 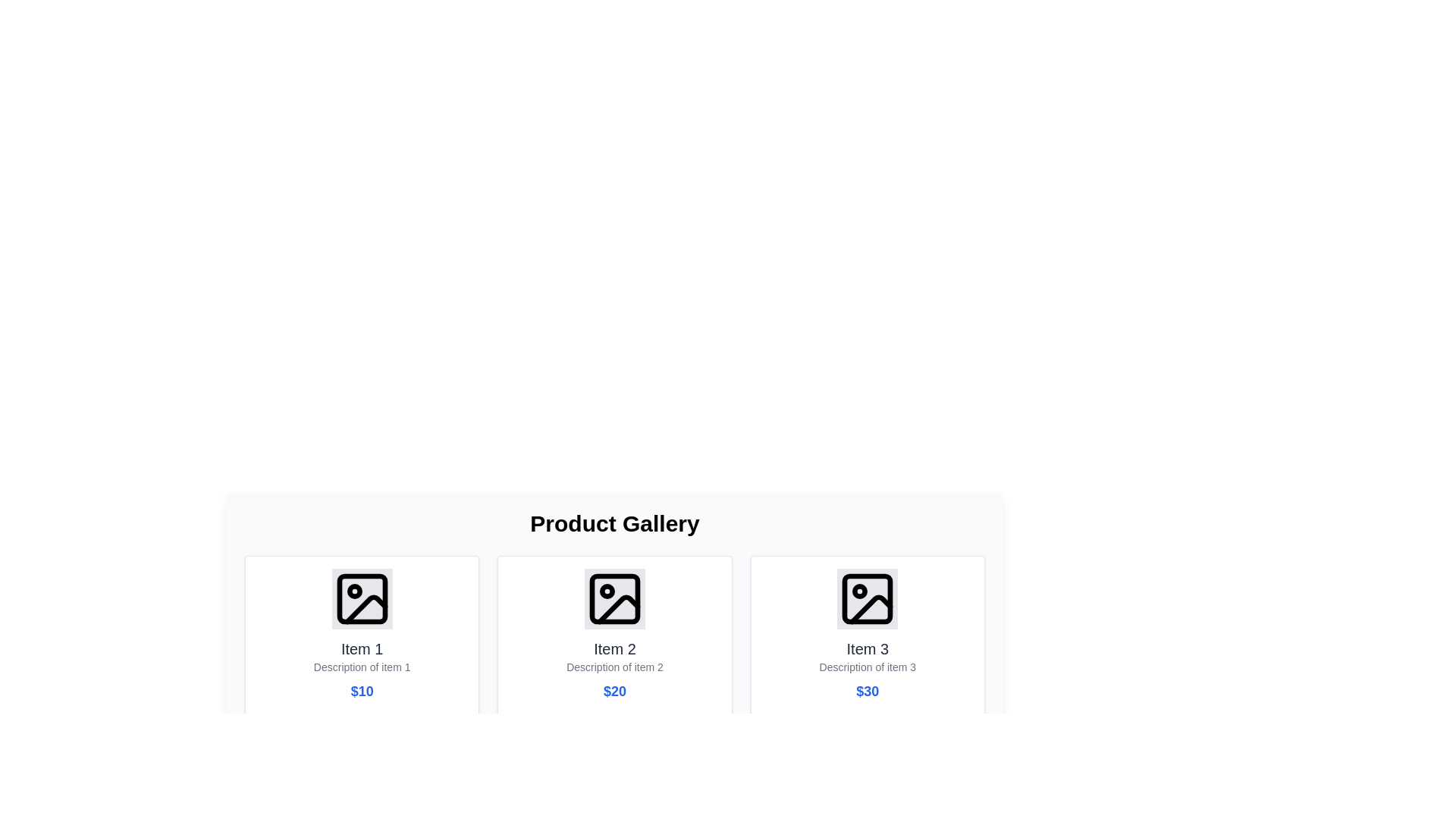 What do you see at coordinates (868, 691) in the screenshot?
I see `the text label displaying the price '$30' in a bold, large blue font located in the third product card under 'Item 3', below the item's description text` at bounding box center [868, 691].